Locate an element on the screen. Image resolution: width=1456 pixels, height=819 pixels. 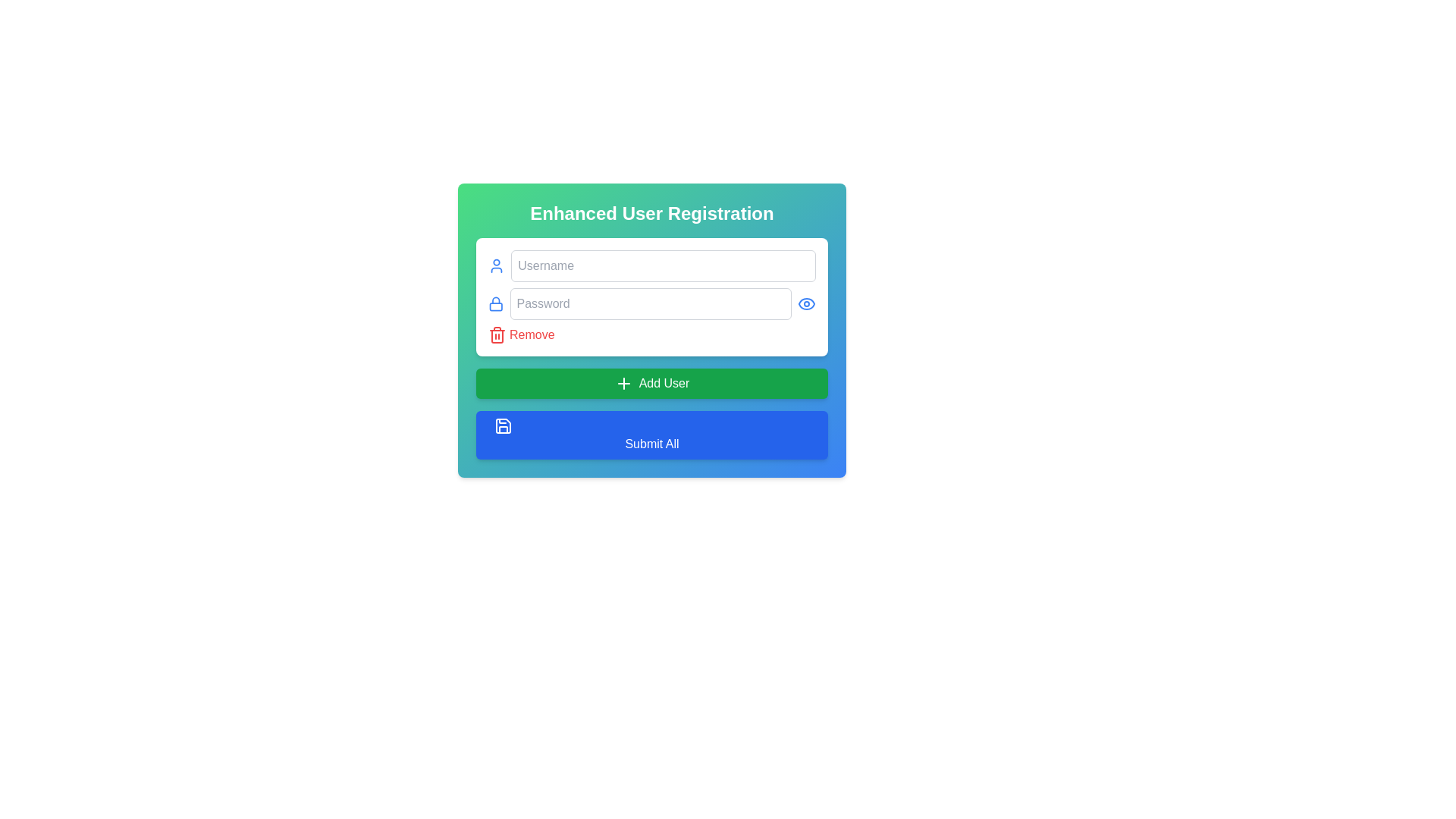
the blue lock icon located to the left of the password text field in the registration form is located at coordinates (496, 304).